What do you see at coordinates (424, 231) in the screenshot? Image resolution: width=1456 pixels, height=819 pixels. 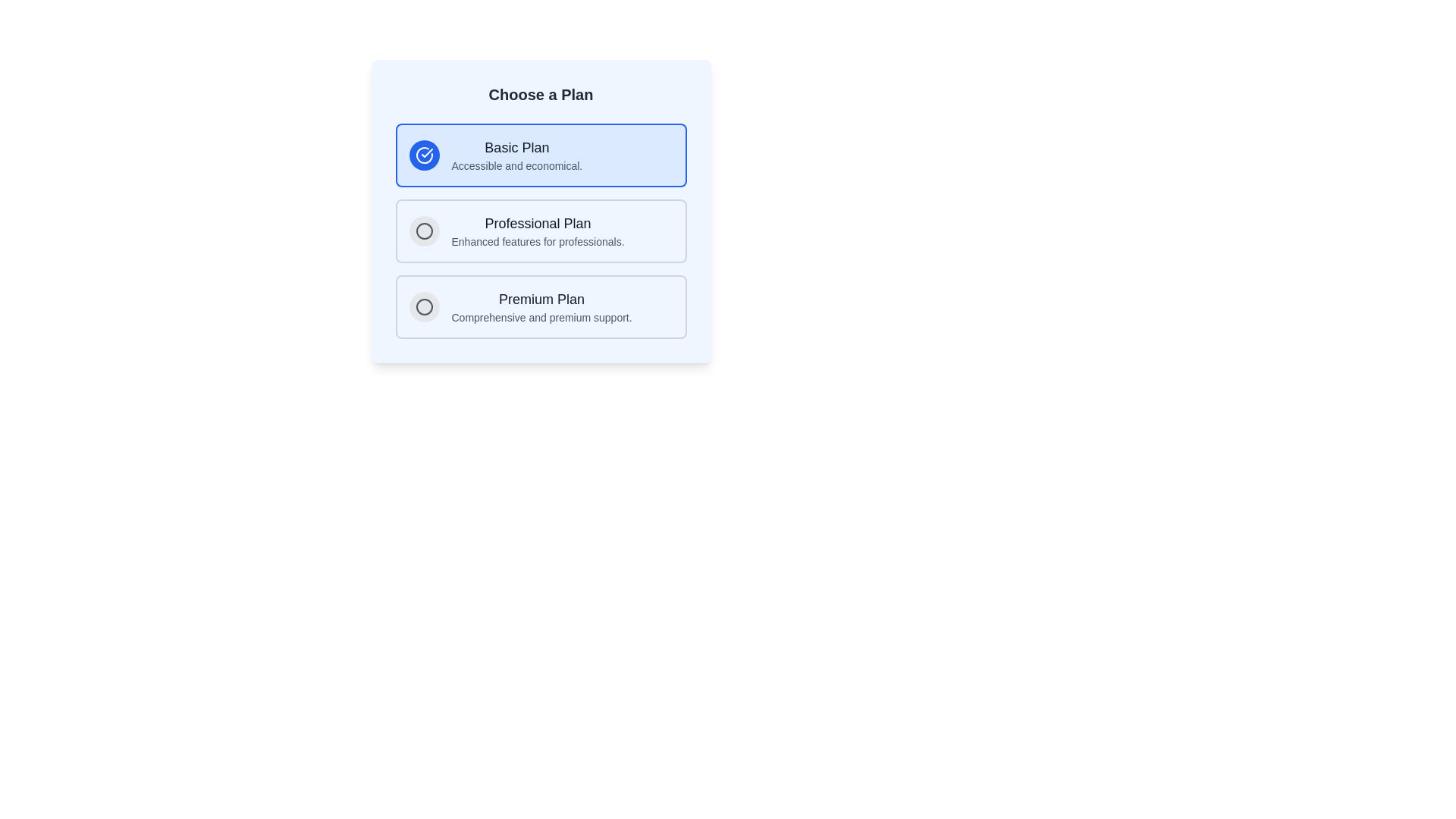 I see `the graphical indicator icon for the 'Professional Plan' option located in the second row of the plan selections` at bounding box center [424, 231].